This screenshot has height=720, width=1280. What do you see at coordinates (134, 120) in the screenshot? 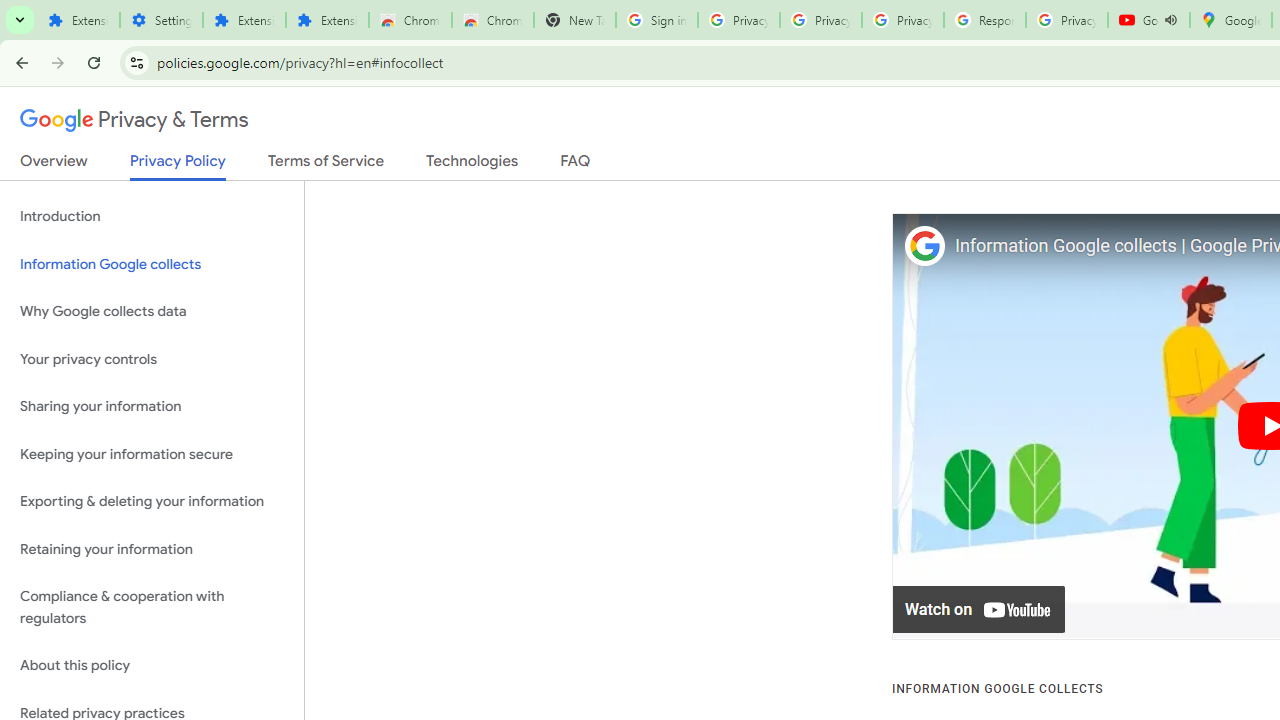
I see `'Privacy & Terms'` at bounding box center [134, 120].